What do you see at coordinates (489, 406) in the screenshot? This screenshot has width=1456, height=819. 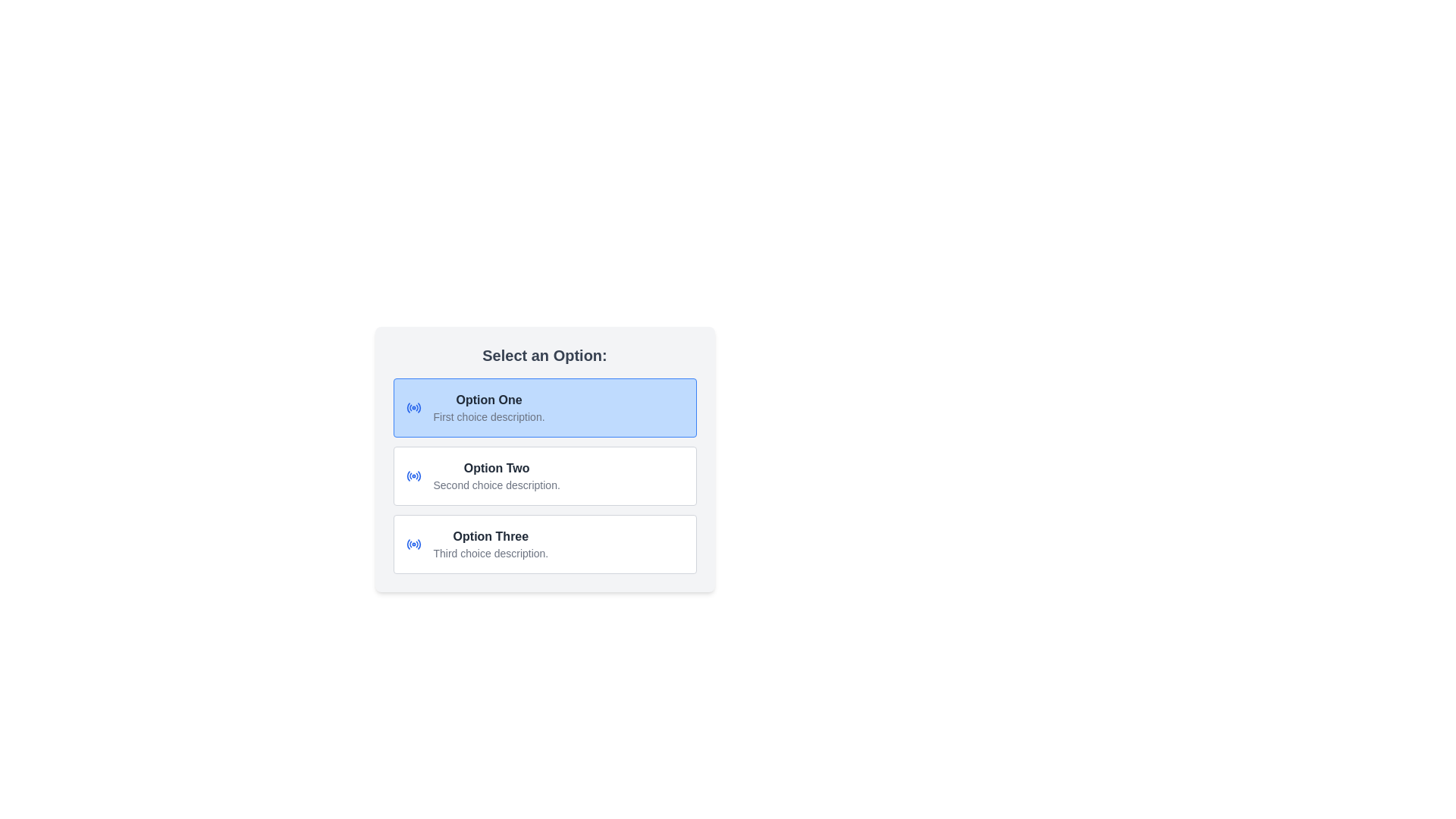 I see `the first selectable option under the heading 'Select an Option:'` at bounding box center [489, 406].